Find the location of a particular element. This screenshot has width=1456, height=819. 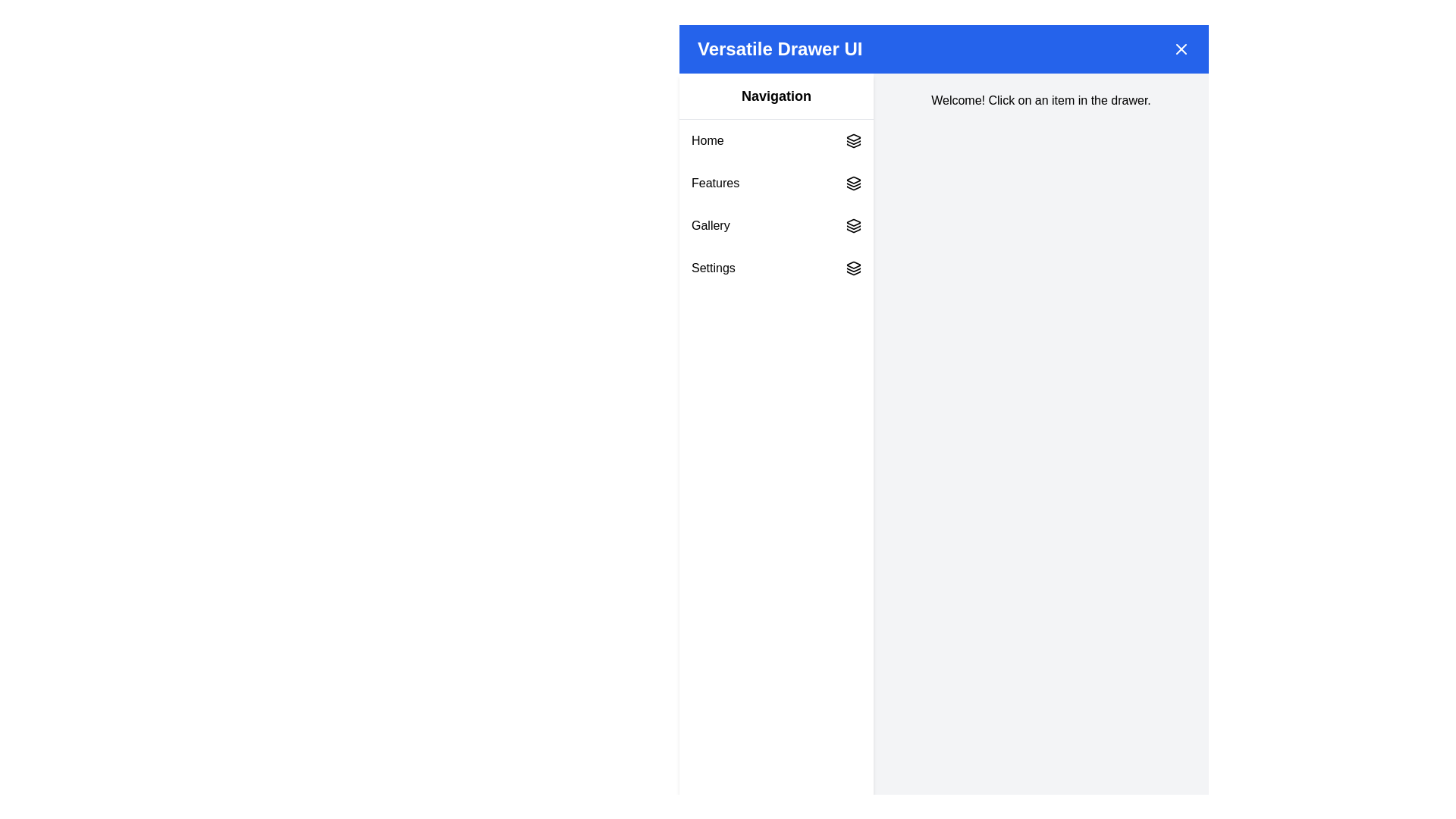

the topmost layer icon in the vertical navigation menu, which resembles a stylized stack of rhomboids, located beside the 'Gallery' menu label is located at coordinates (854, 222).